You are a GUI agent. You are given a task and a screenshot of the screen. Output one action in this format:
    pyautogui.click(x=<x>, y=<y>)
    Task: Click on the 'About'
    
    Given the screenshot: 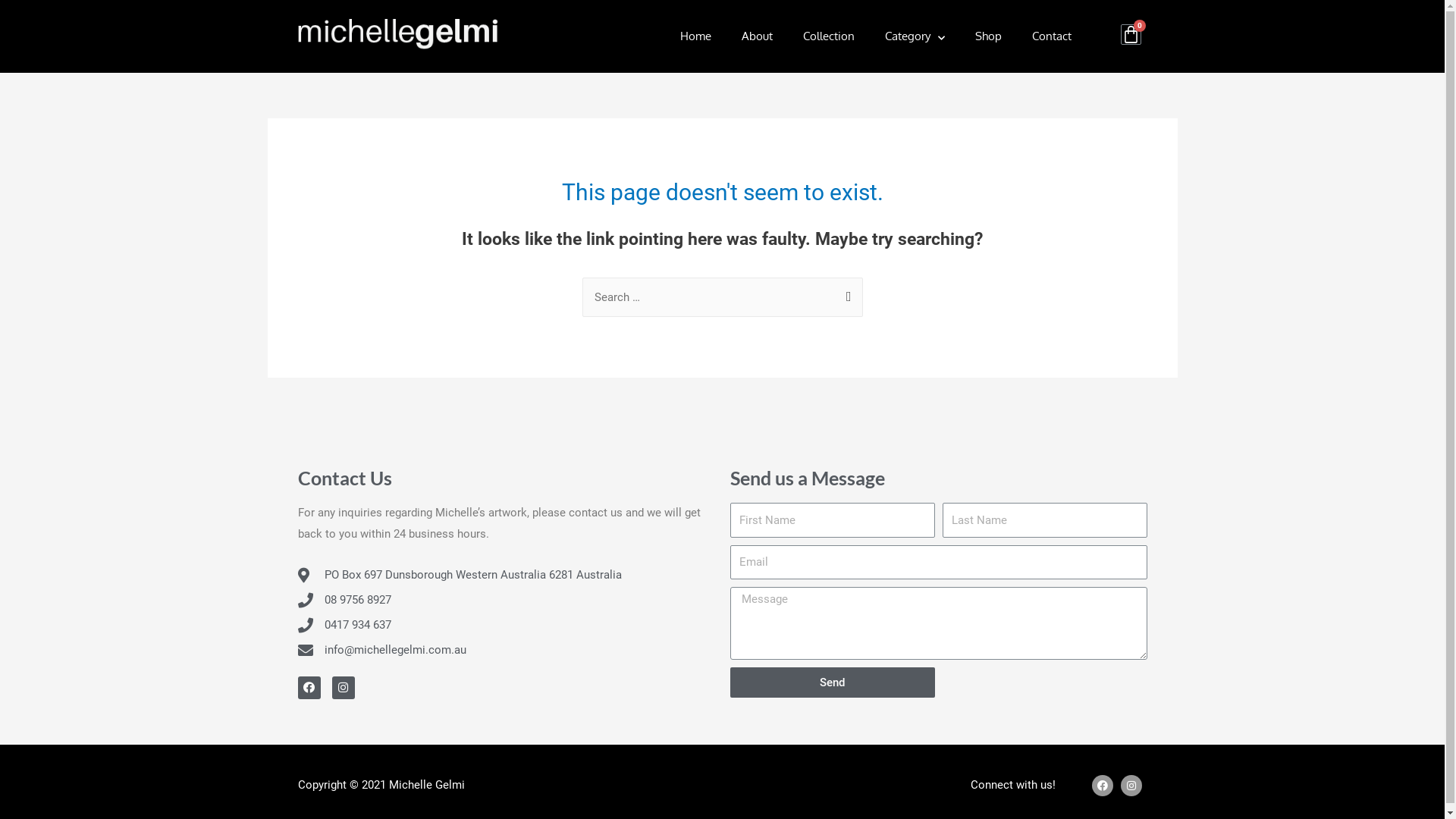 What is the action you would take?
    pyautogui.click(x=757, y=35)
    